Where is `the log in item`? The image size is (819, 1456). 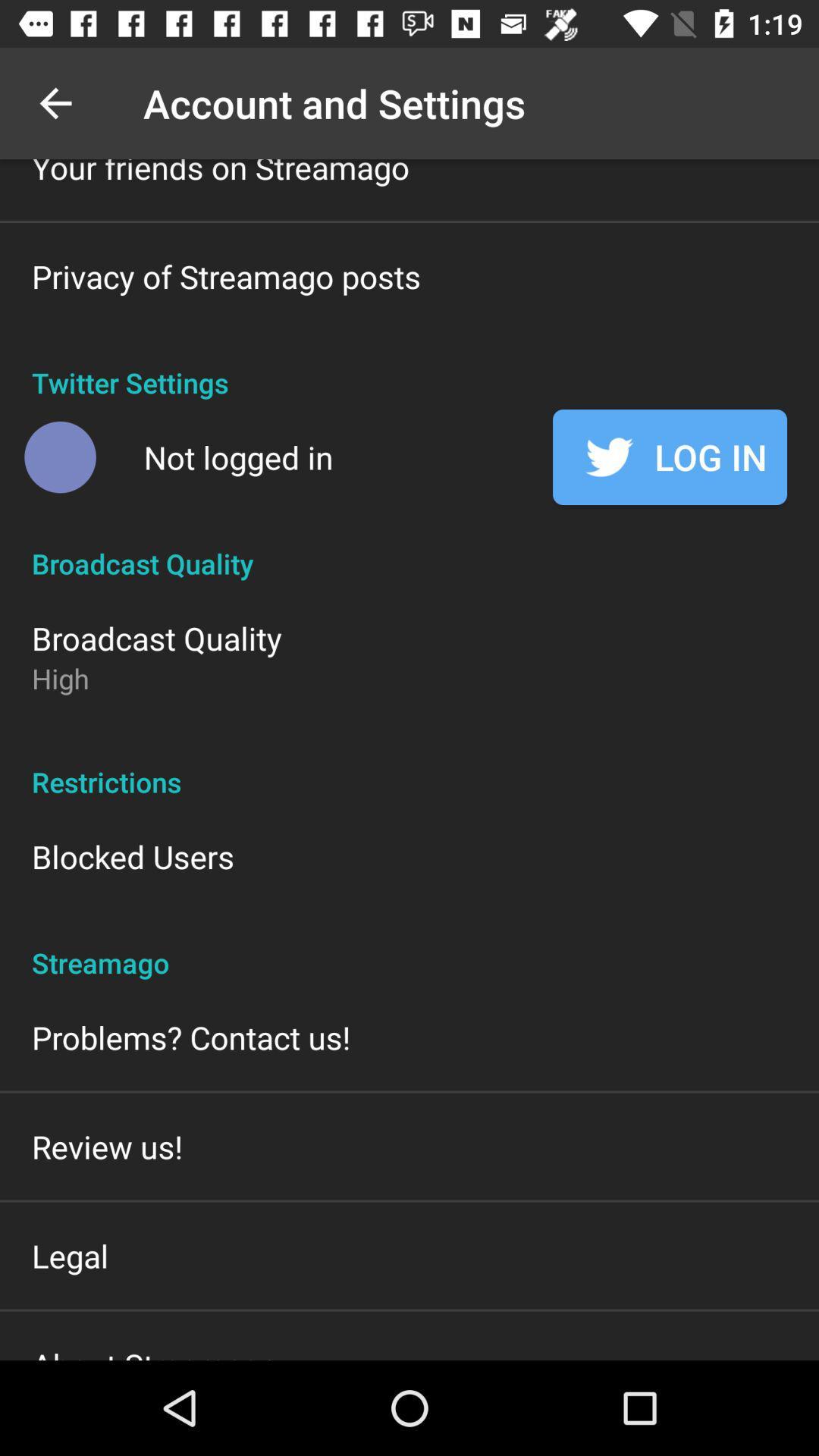
the log in item is located at coordinates (669, 457).